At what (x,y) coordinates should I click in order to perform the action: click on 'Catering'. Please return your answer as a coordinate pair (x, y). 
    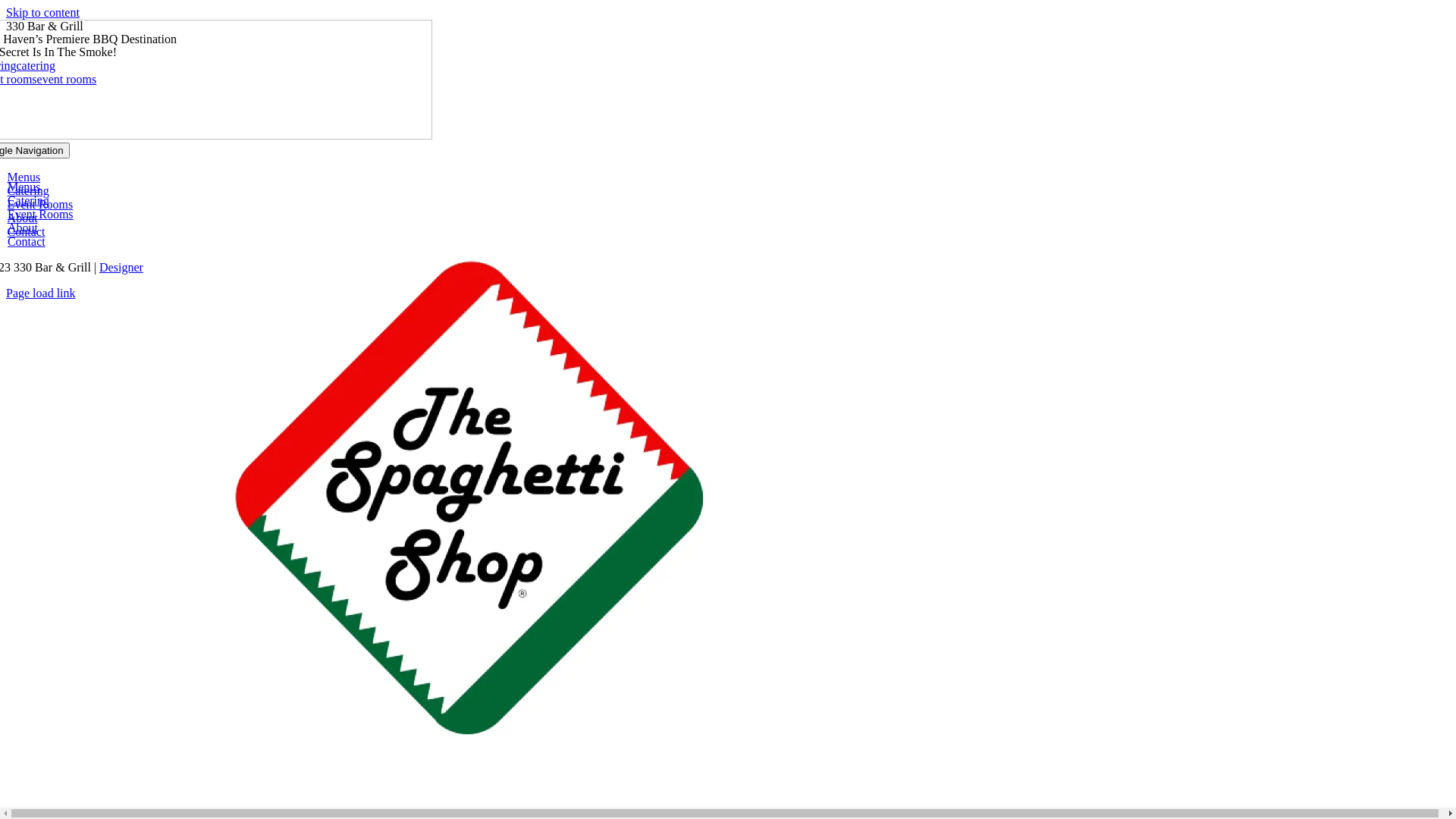
    Looking at the image, I should click on (28, 199).